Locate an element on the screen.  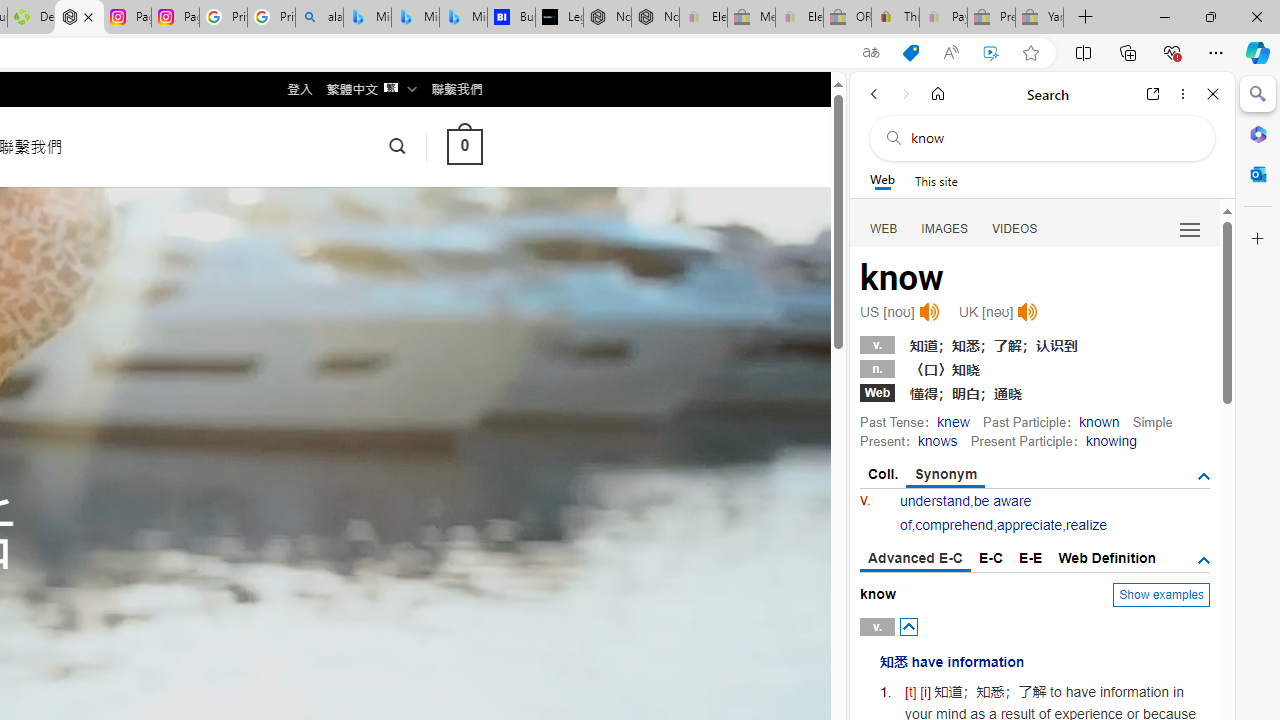
'known' is located at coordinates (1098, 420).